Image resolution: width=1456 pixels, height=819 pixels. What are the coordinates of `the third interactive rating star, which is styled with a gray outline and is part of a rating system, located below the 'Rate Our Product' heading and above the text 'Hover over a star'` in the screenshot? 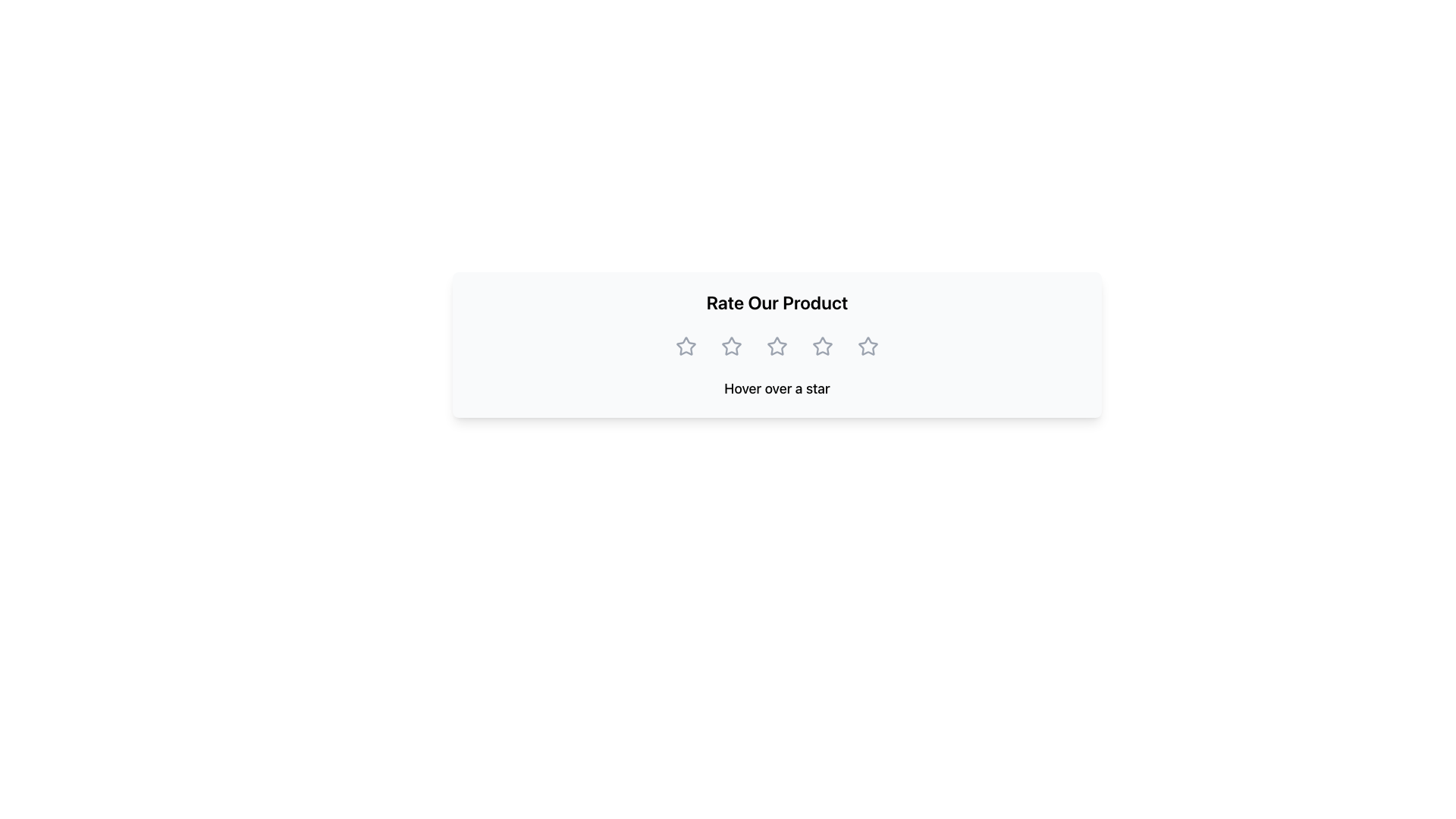 It's located at (777, 346).